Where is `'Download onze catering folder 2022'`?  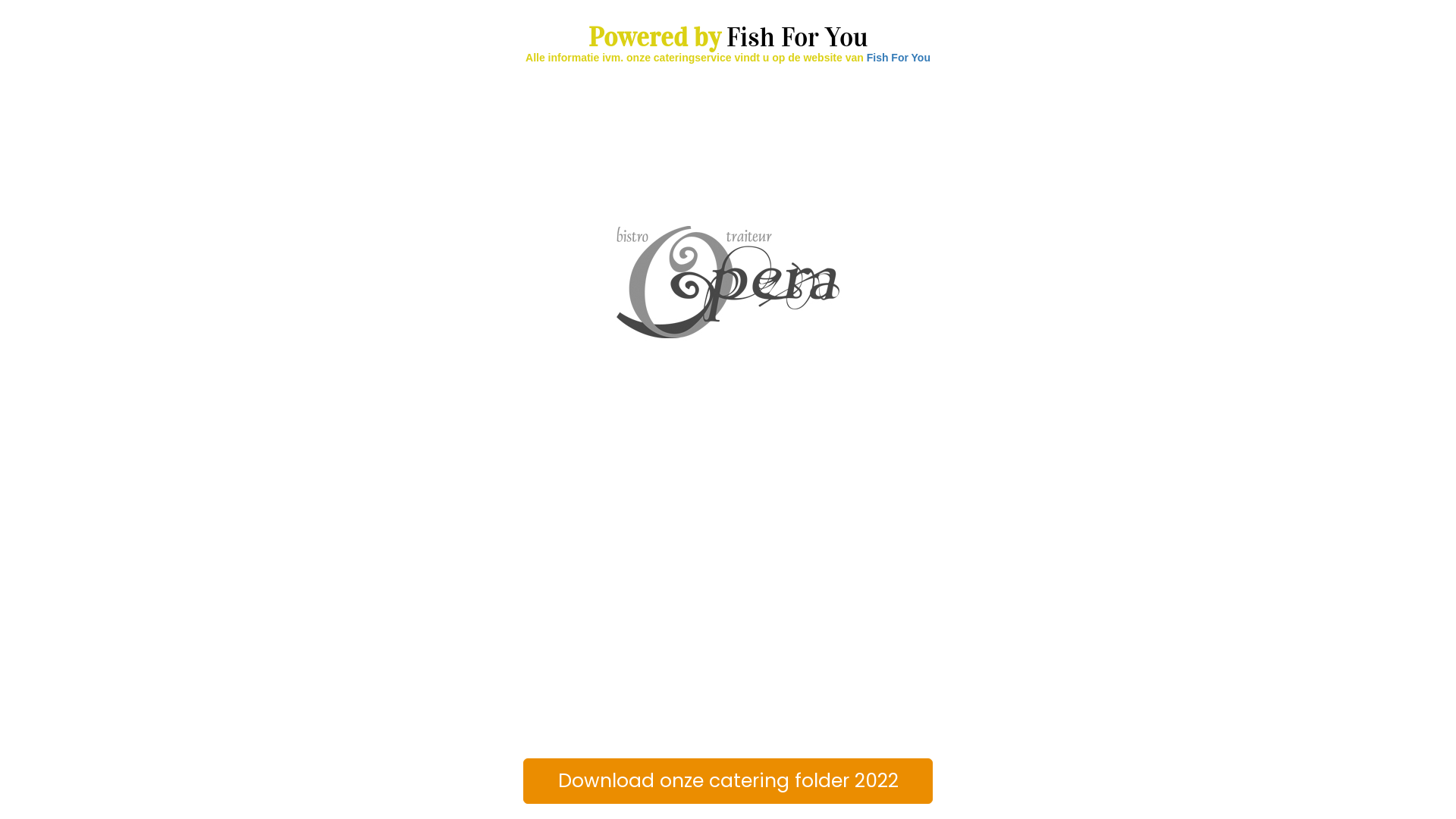 'Download onze catering folder 2022' is located at coordinates (523, 780).